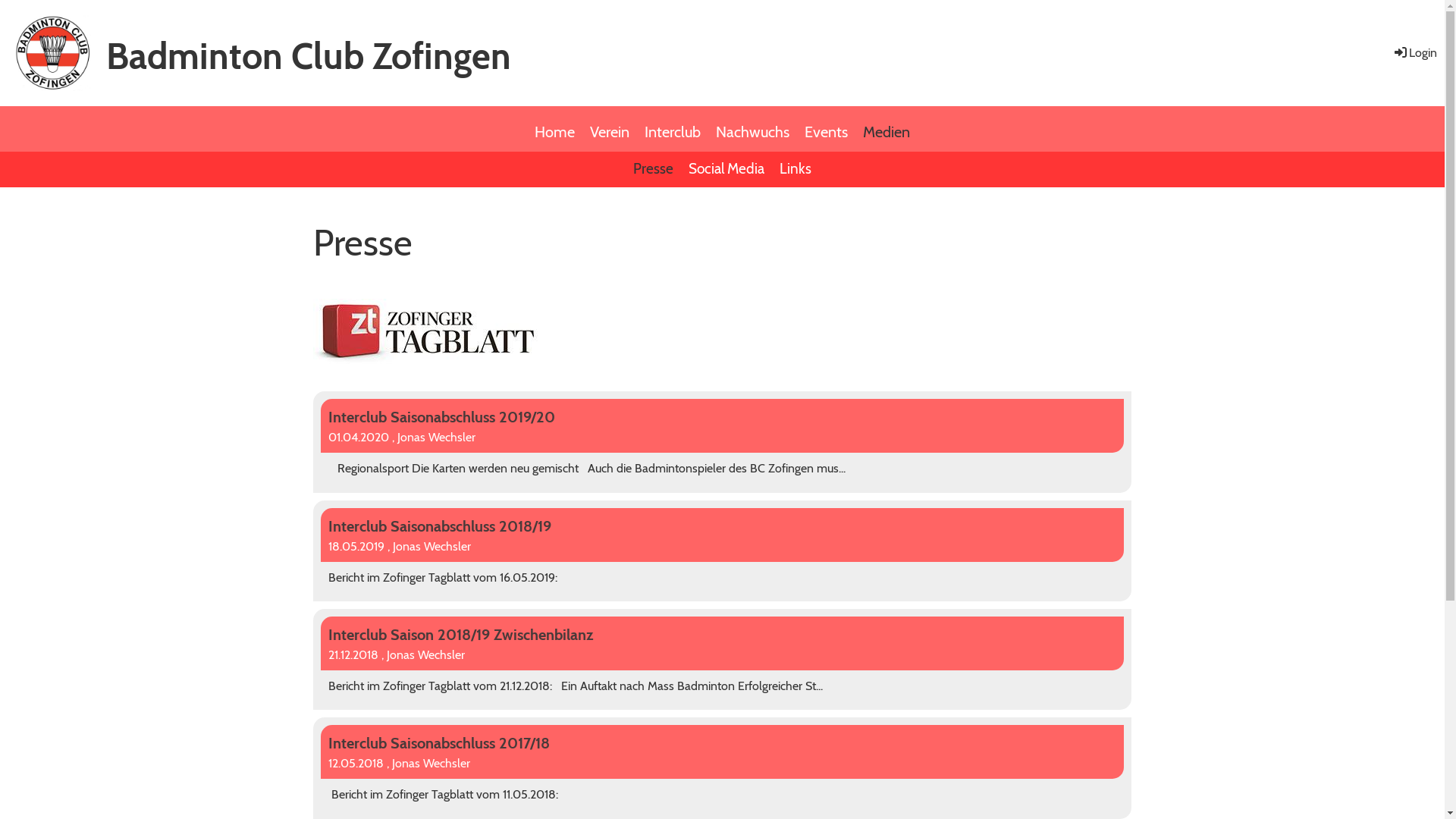  I want to click on 'Login', so click(1392, 52).